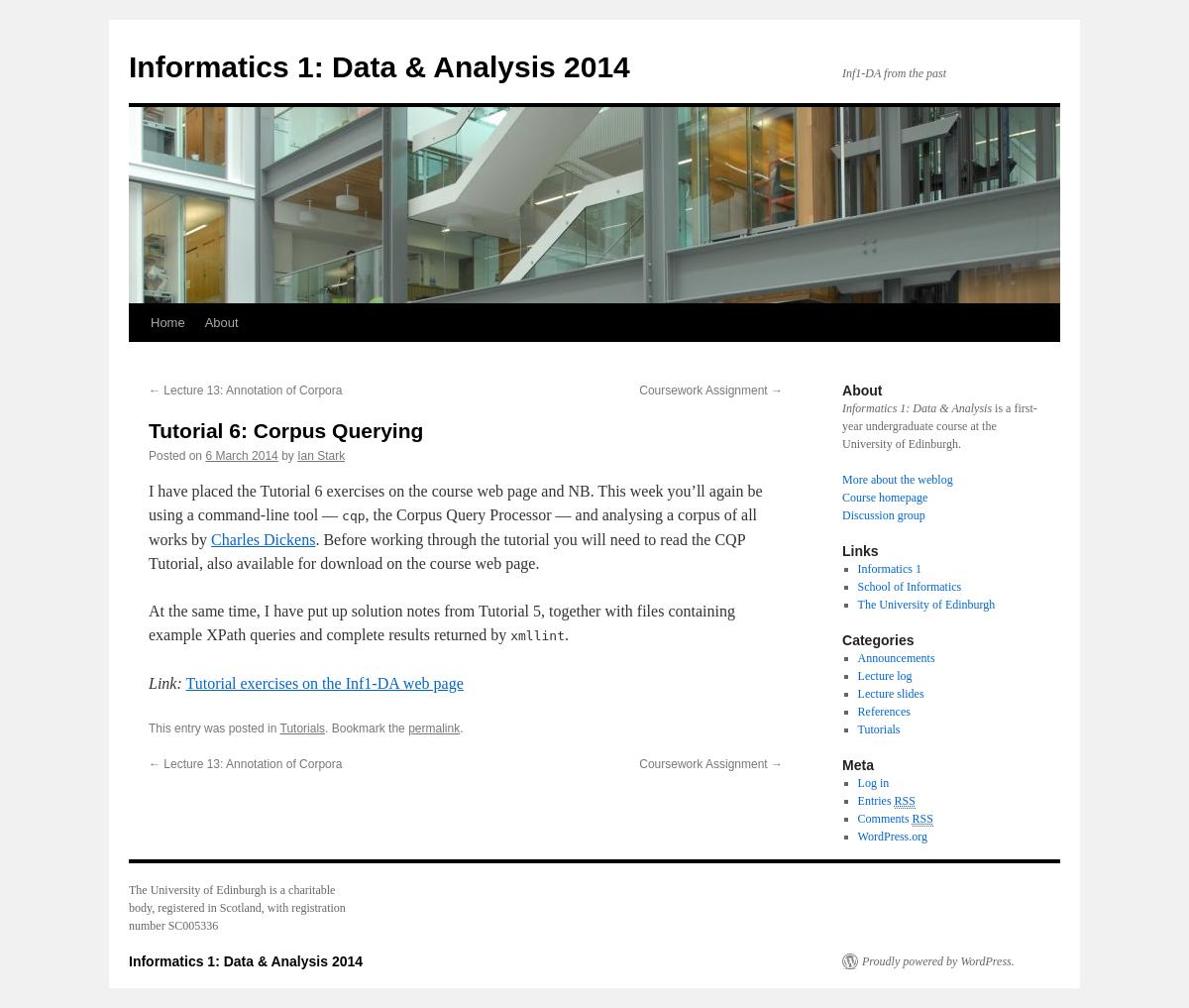 Image resolution: width=1189 pixels, height=1008 pixels. What do you see at coordinates (324, 727) in the screenshot?
I see `'. Bookmark the'` at bounding box center [324, 727].